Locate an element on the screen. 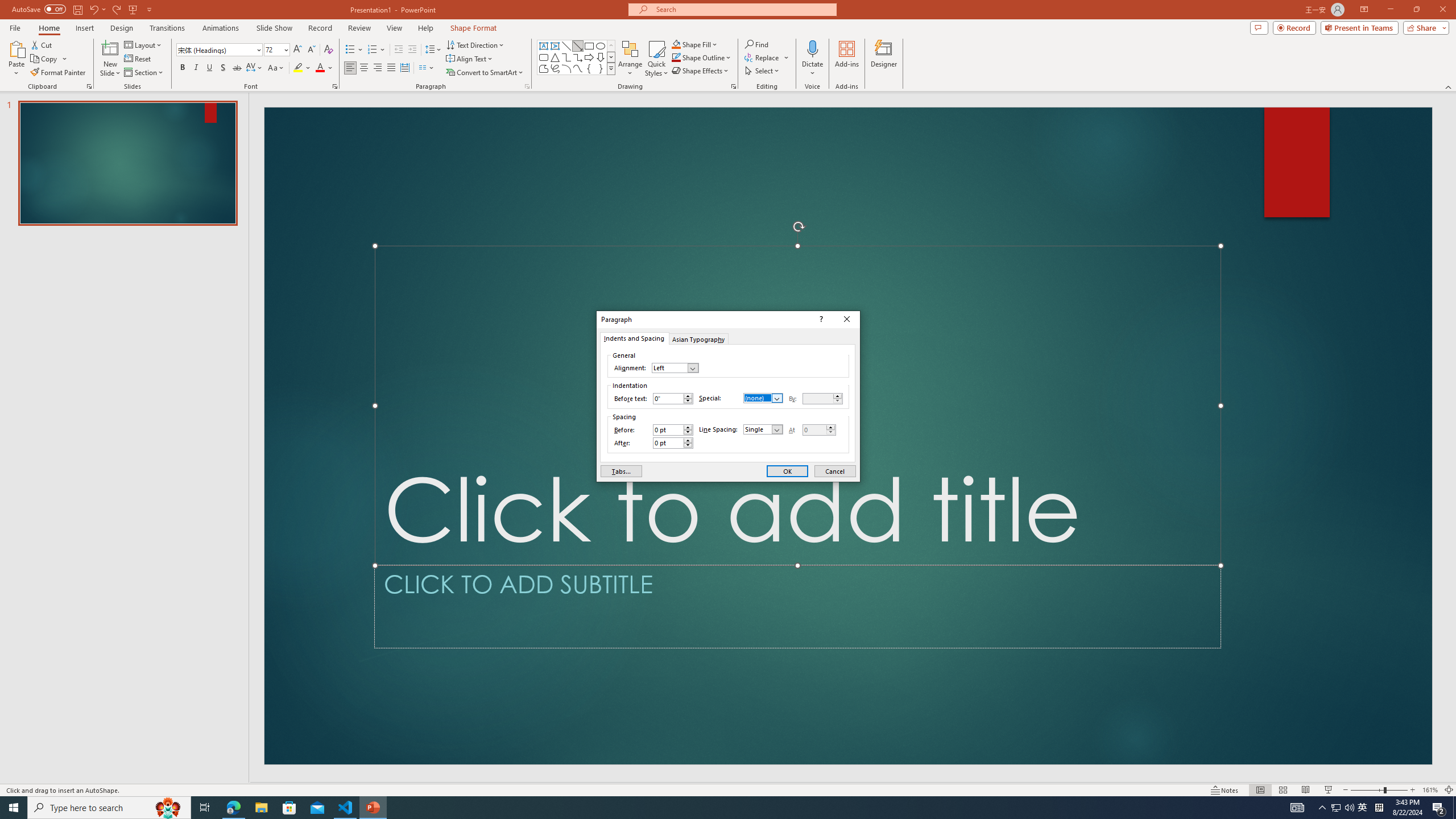  'Line Spacing' is located at coordinates (763, 429).